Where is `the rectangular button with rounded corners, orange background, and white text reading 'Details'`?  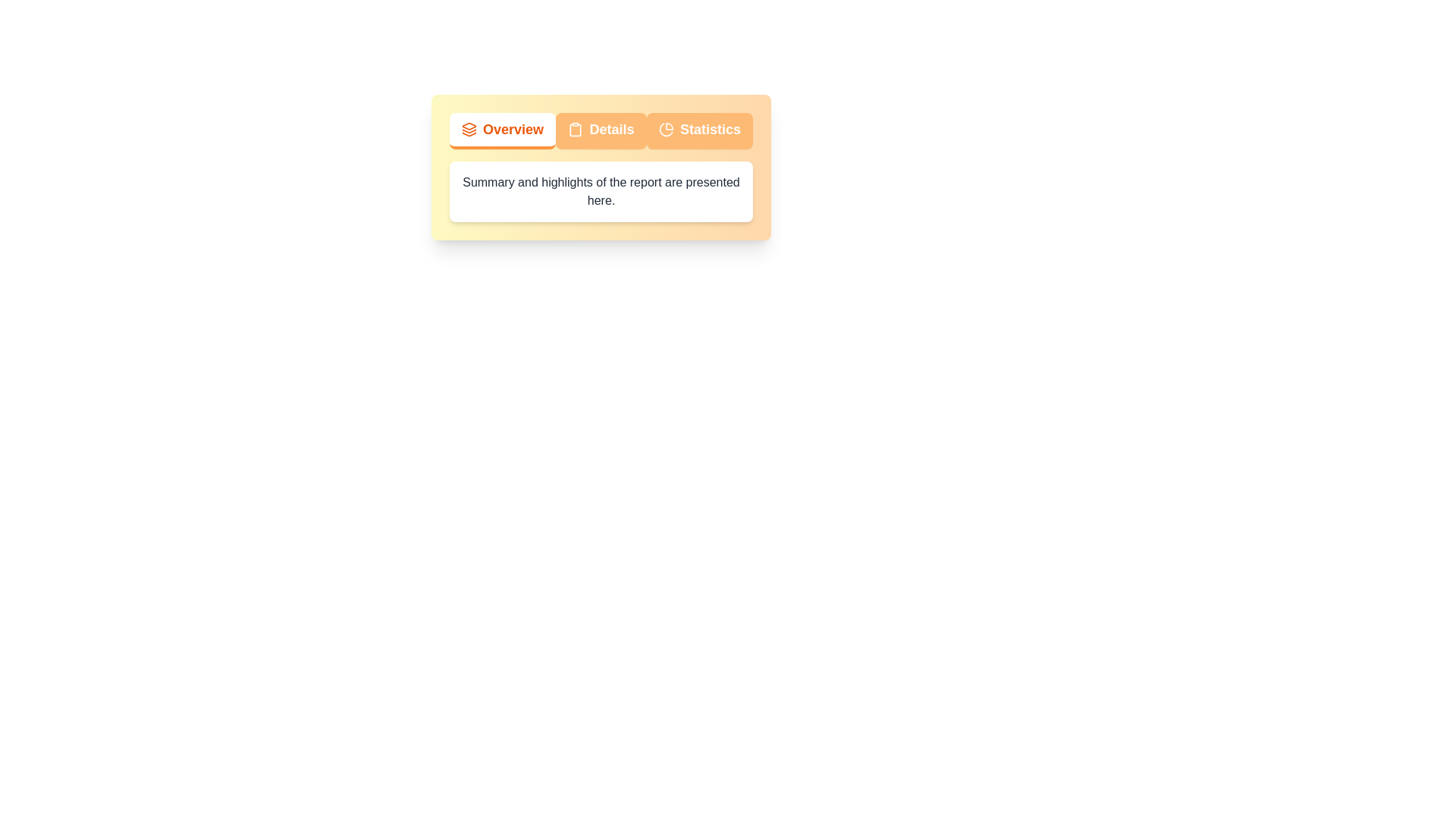 the rectangular button with rounded corners, orange background, and white text reading 'Details' is located at coordinates (600, 130).